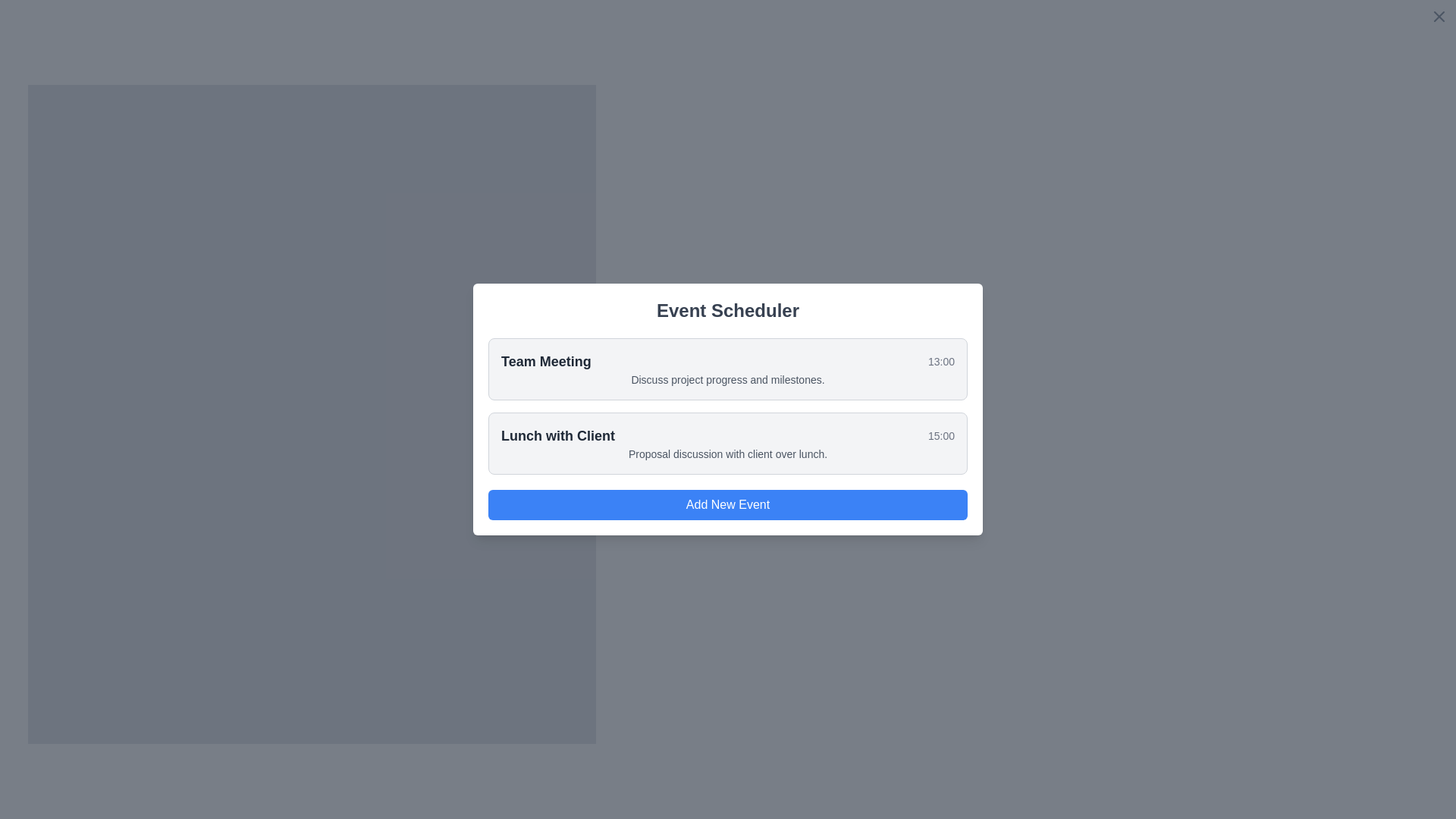 The height and width of the screenshot is (819, 1456). What do you see at coordinates (546, 362) in the screenshot?
I see `the Text label that serves to name the event being scheduled in the 'Event Scheduler' interface, which is located at the top of the event entry box` at bounding box center [546, 362].